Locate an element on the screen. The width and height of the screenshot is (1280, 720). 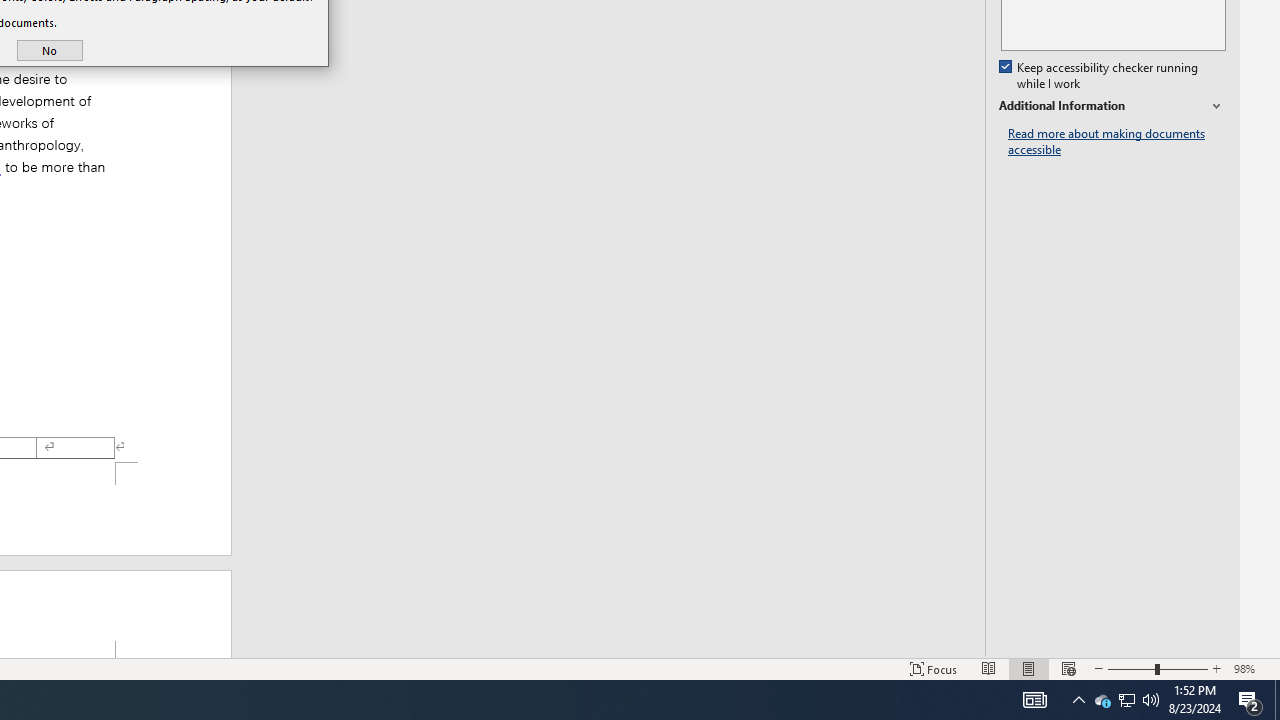
'User Promoted Notification Area' is located at coordinates (1101, 698).